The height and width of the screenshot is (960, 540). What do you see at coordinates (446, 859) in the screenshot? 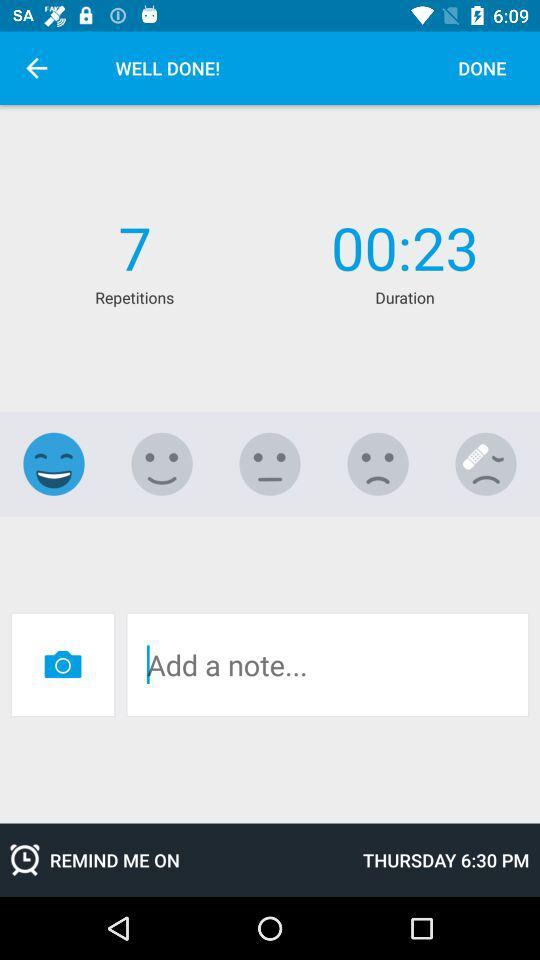
I see `thursday 6 30` at bounding box center [446, 859].